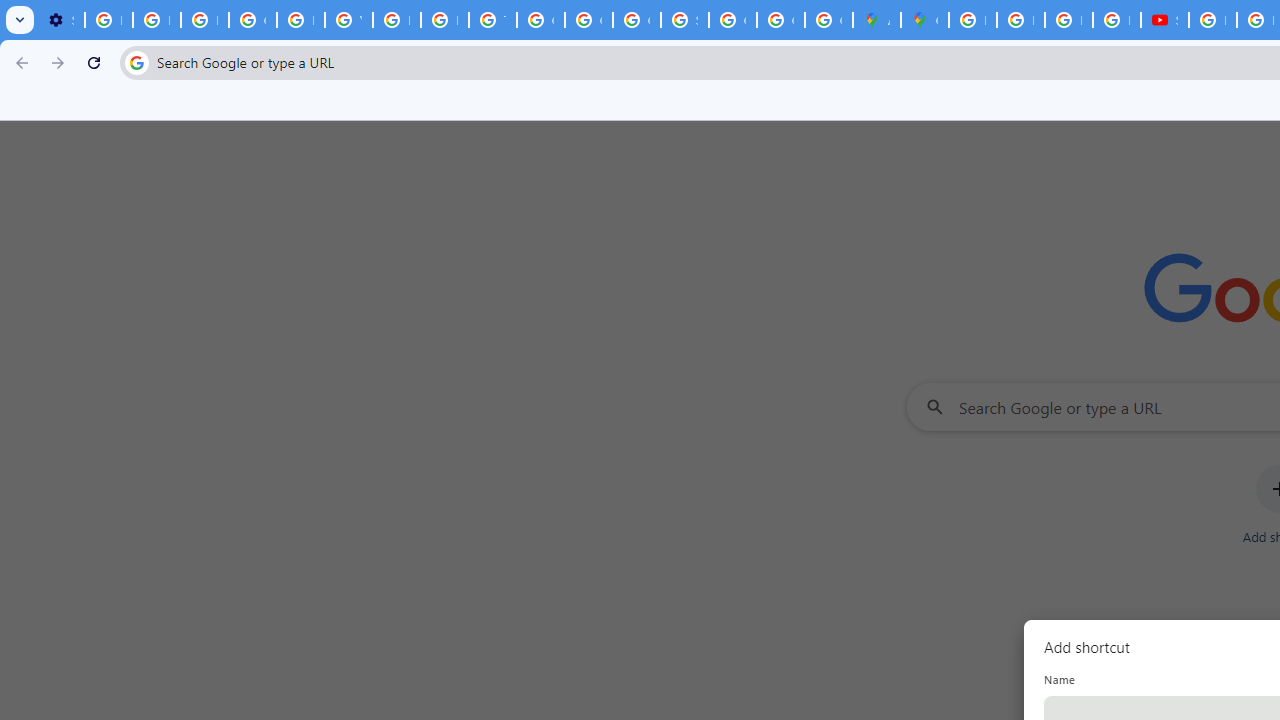  I want to click on 'Settings - Customize profile', so click(60, 20).